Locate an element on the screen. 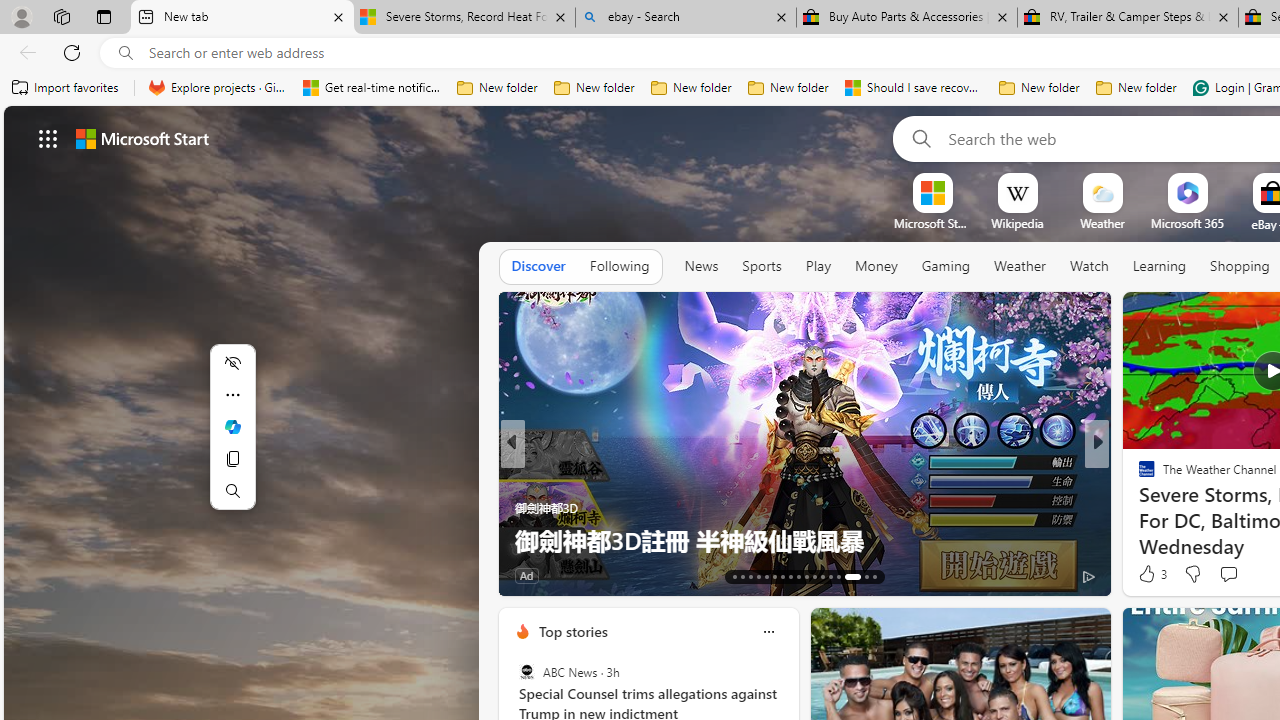  'New tab' is located at coordinates (241, 17).